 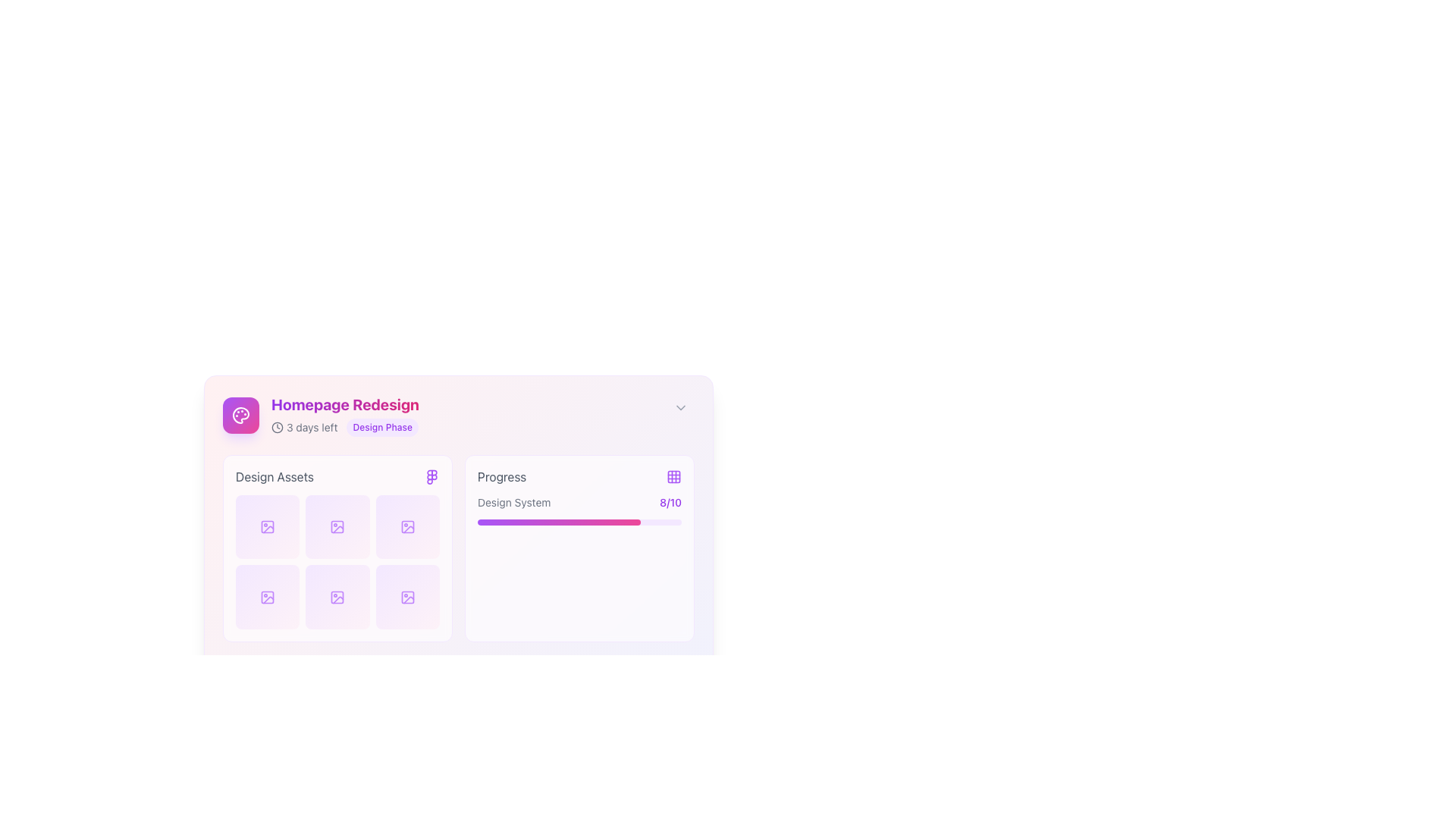 I want to click on the small clock icon with a circular outline and clock hands, located to the left of the '3 days left' text in the header section of the 'Homepage Redesign' card, so click(x=277, y=427).